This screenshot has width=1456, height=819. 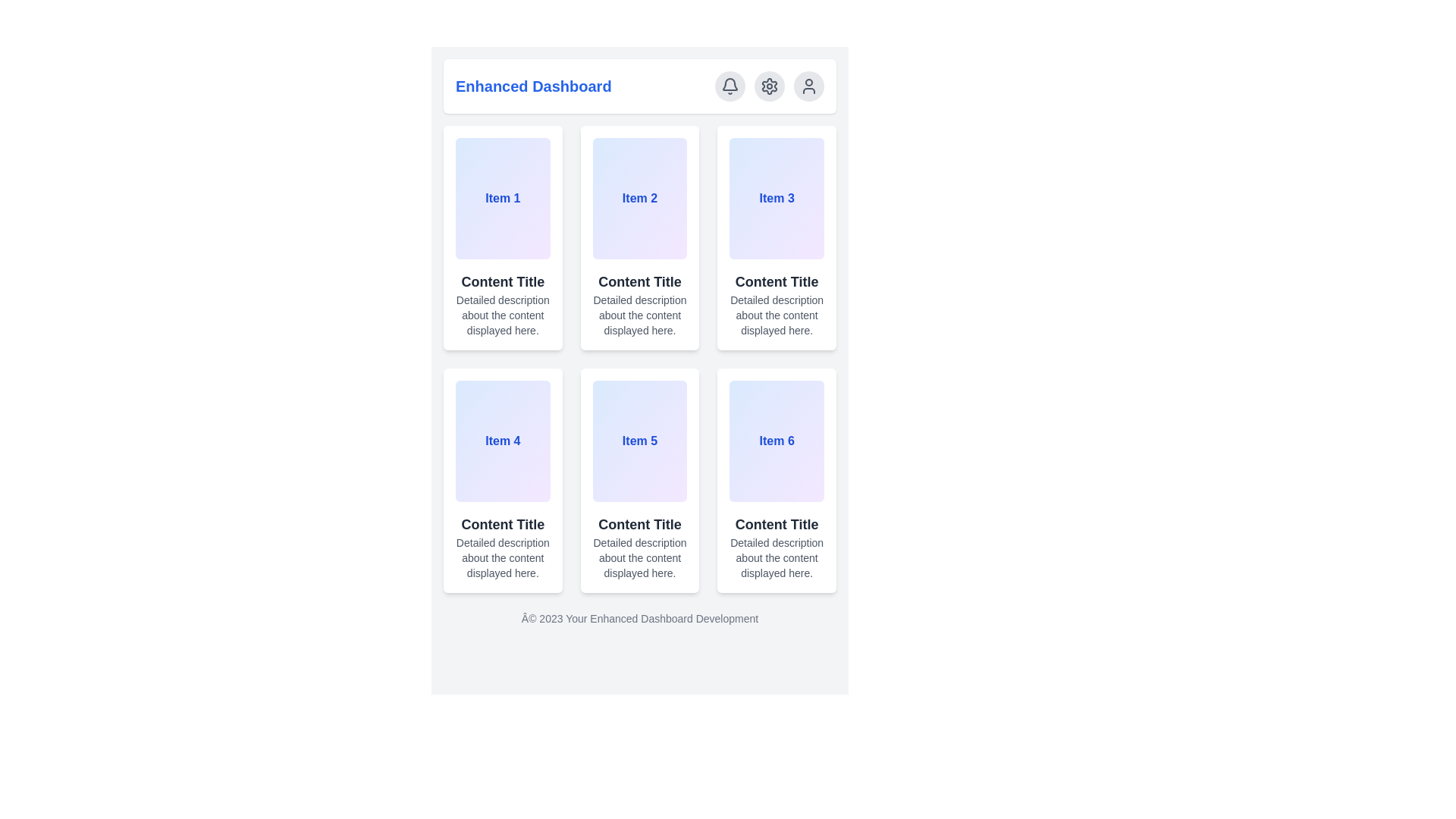 I want to click on the Informational Card containing the title 'Item 4' and the section labeled 'Content Title' located in the second row, first column of the multi-column layout grid, so click(x=503, y=480).